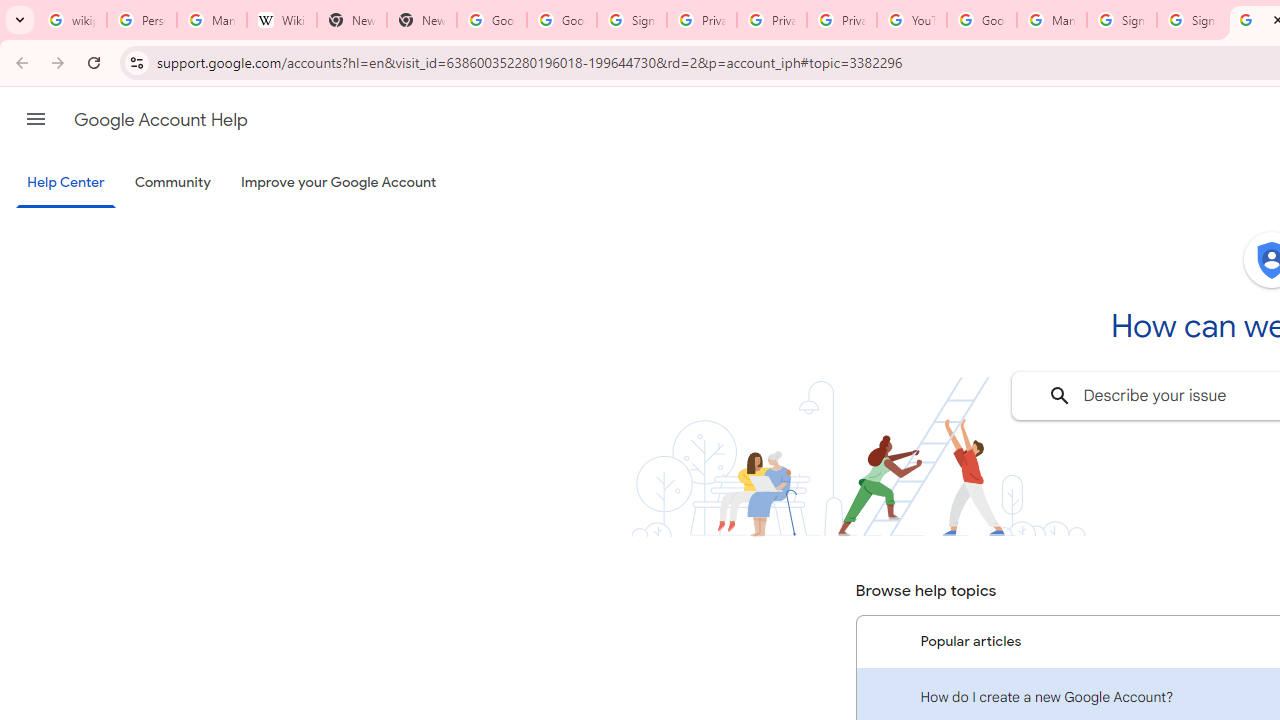 The width and height of the screenshot is (1280, 720). What do you see at coordinates (160, 119) in the screenshot?
I see `'Google Account Help'` at bounding box center [160, 119].